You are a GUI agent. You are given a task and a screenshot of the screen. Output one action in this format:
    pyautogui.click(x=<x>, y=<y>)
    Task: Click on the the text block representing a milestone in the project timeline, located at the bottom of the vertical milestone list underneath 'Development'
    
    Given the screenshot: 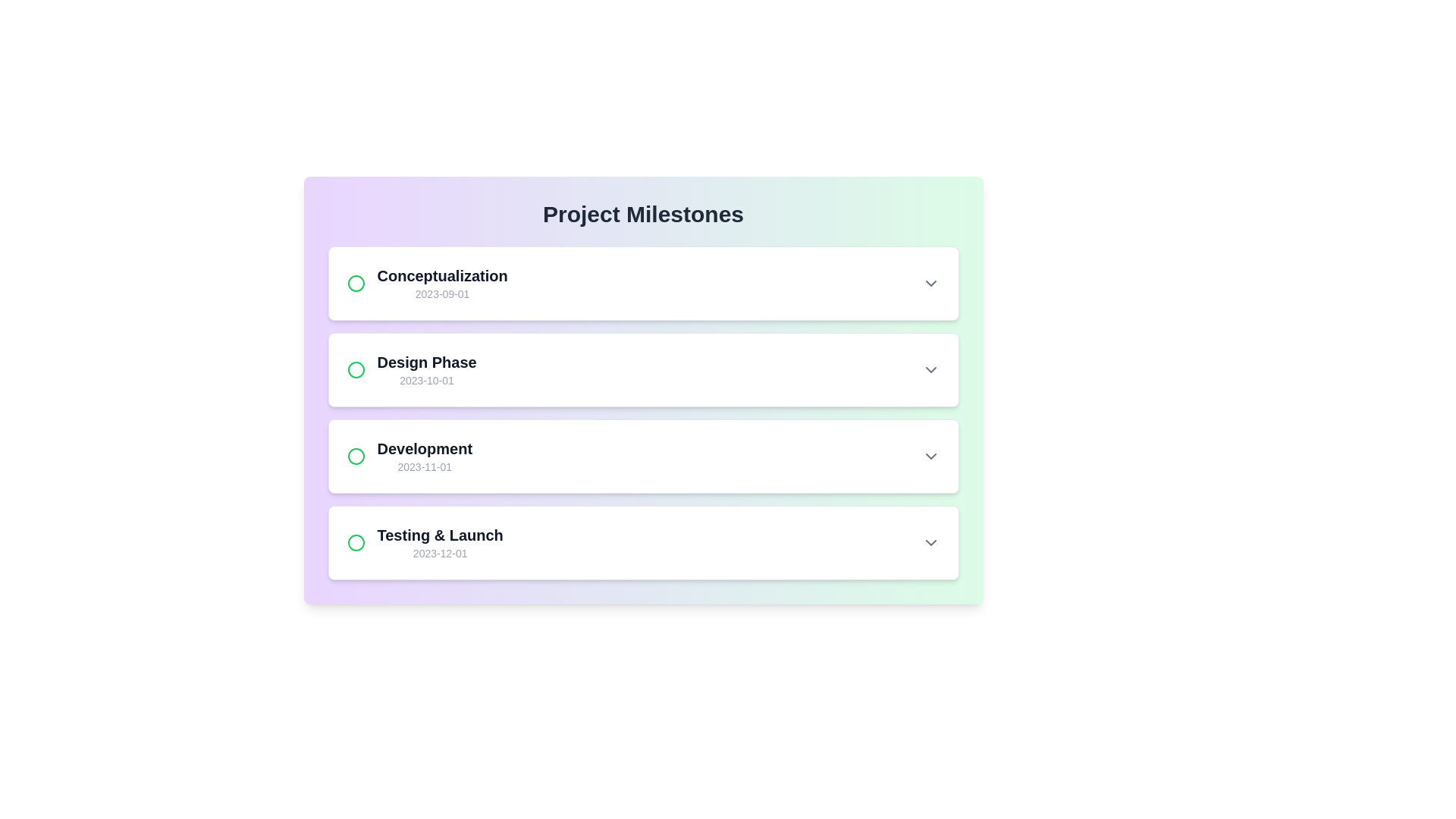 What is the action you would take?
    pyautogui.click(x=439, y=542)
    